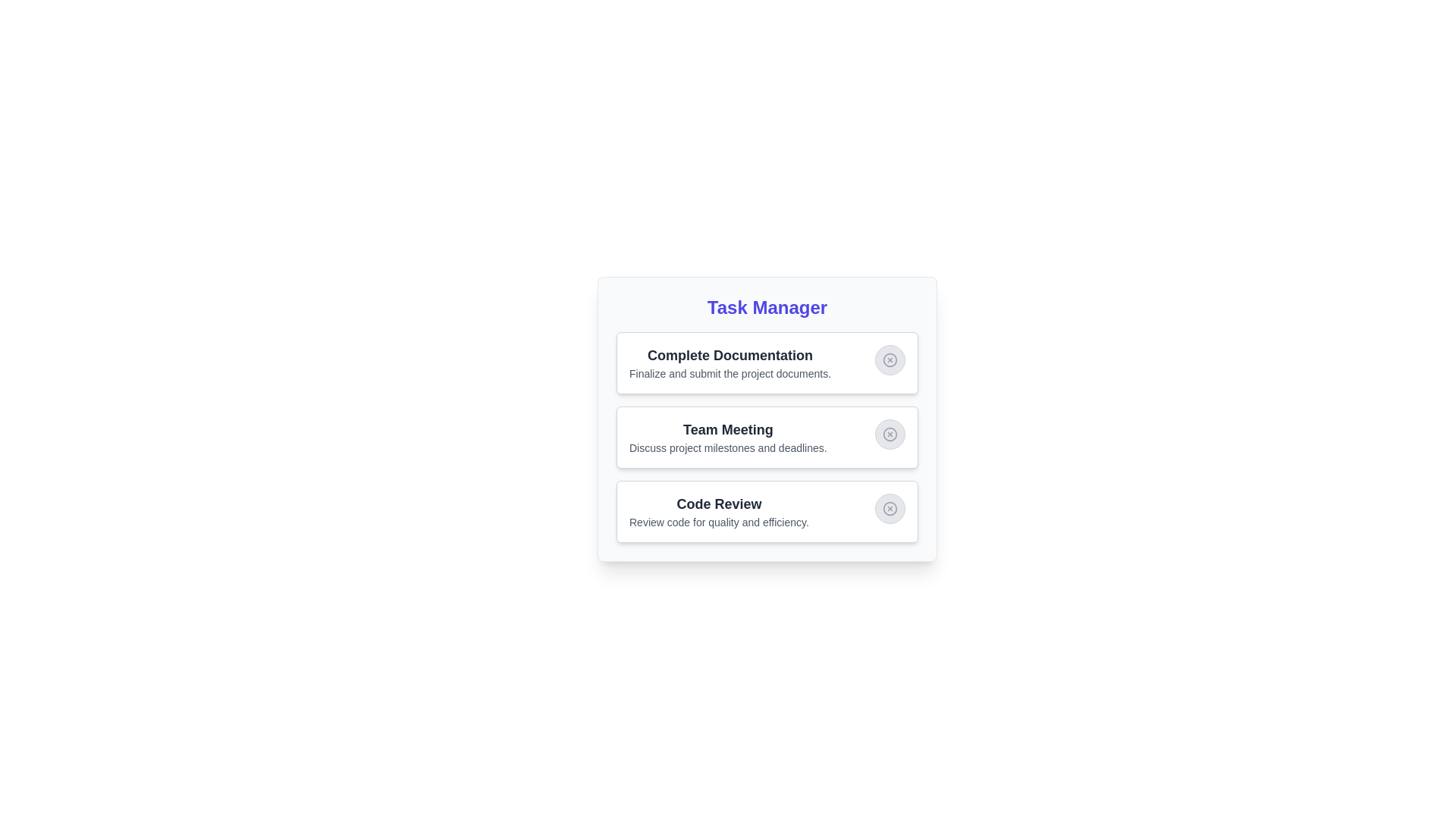 The height and width of the screenshot is (819, 1456). What do you see at coordinates (890, 509) in the screenshot?
I see `the toggle button for task Code Review to mark it as complete or incomplete` at bounding box center [890, 509].